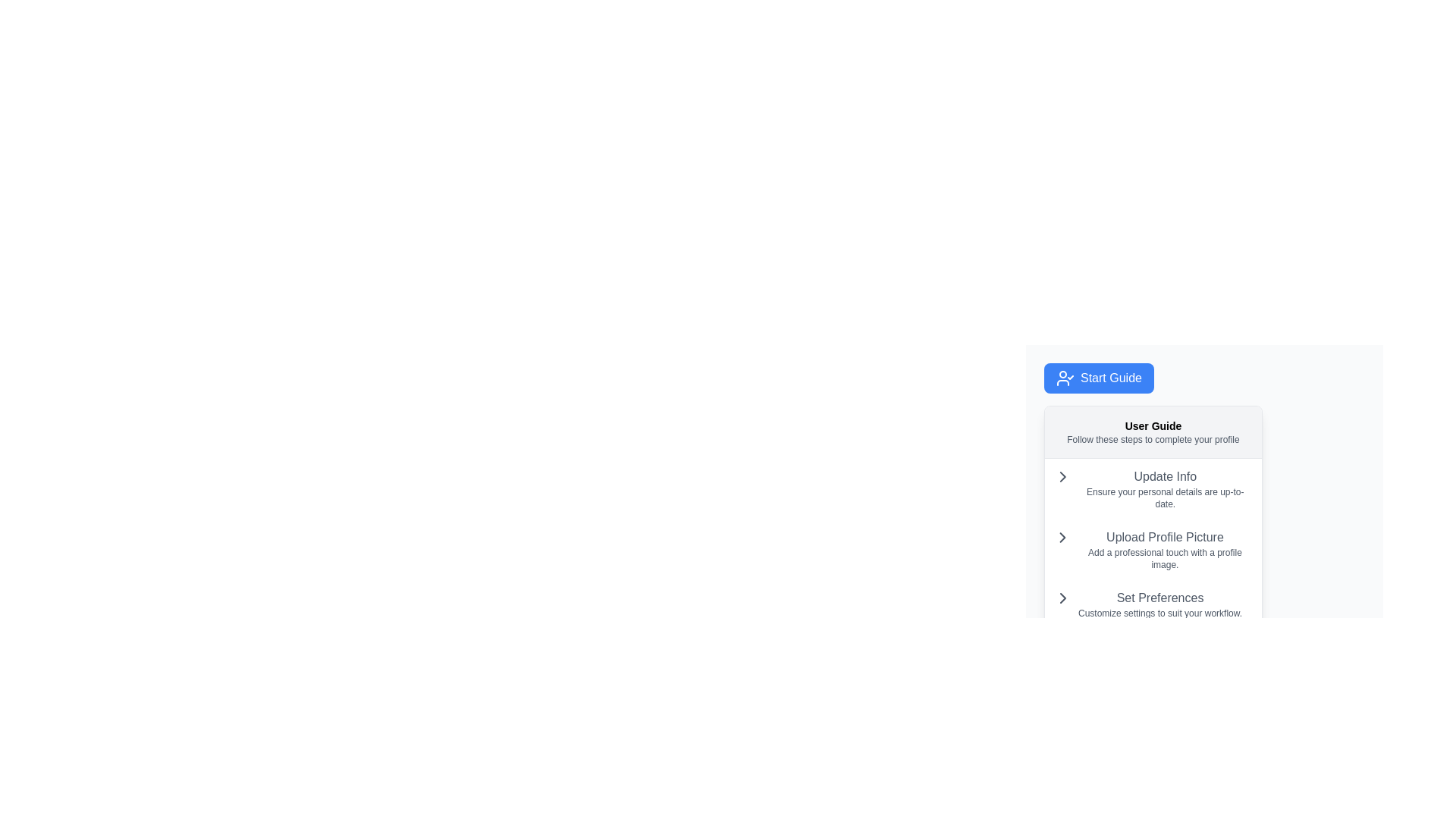  Describe the element at coordinates (1062, 598) in the screenshot. I see `the right-pointing chevron icon located beside the 'Set Preferences' text to observe any potential hover effects` at that location.